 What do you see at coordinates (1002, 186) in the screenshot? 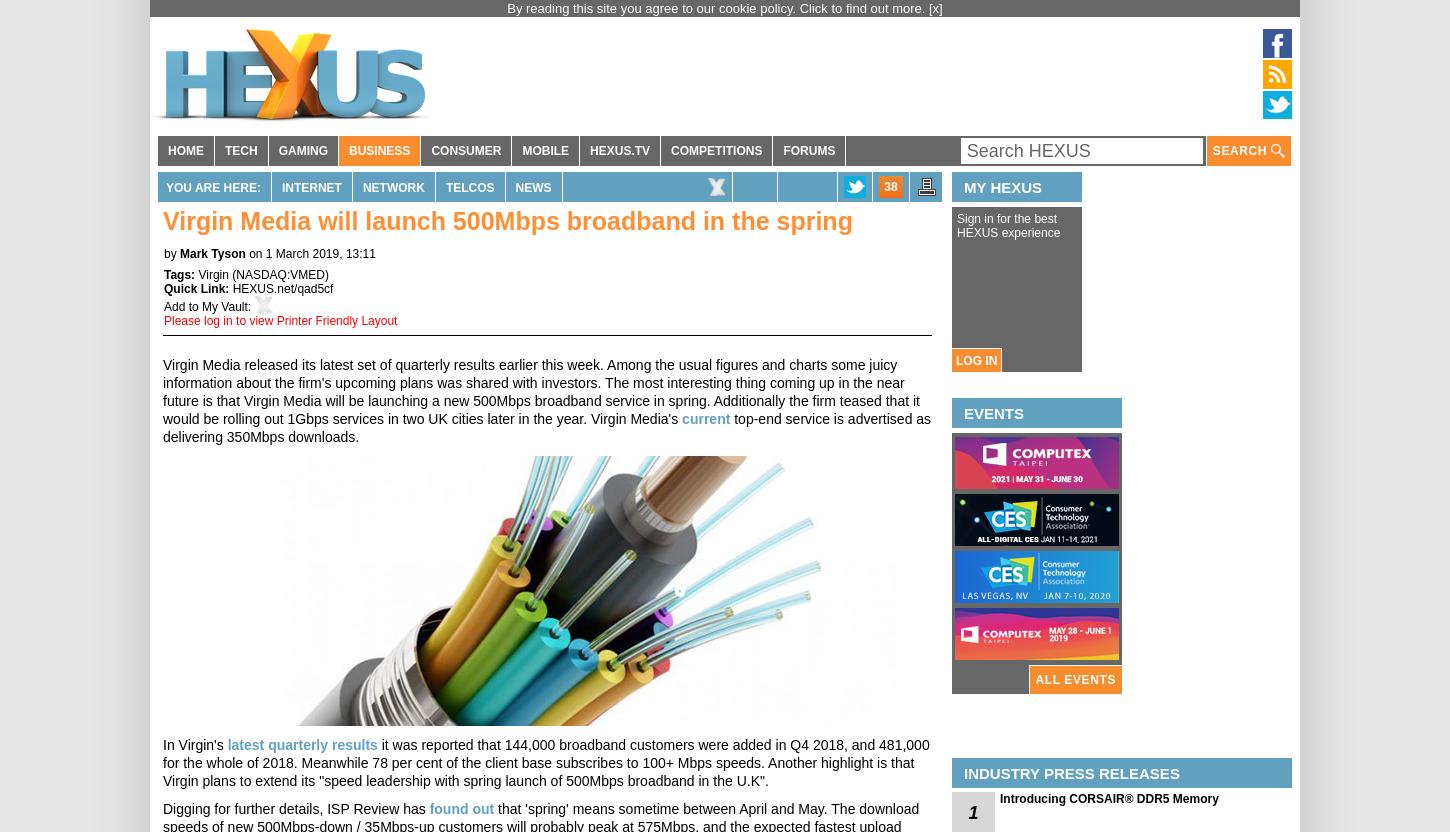
I see `'MY HEXUS'` at bounding box center [1002, 186].